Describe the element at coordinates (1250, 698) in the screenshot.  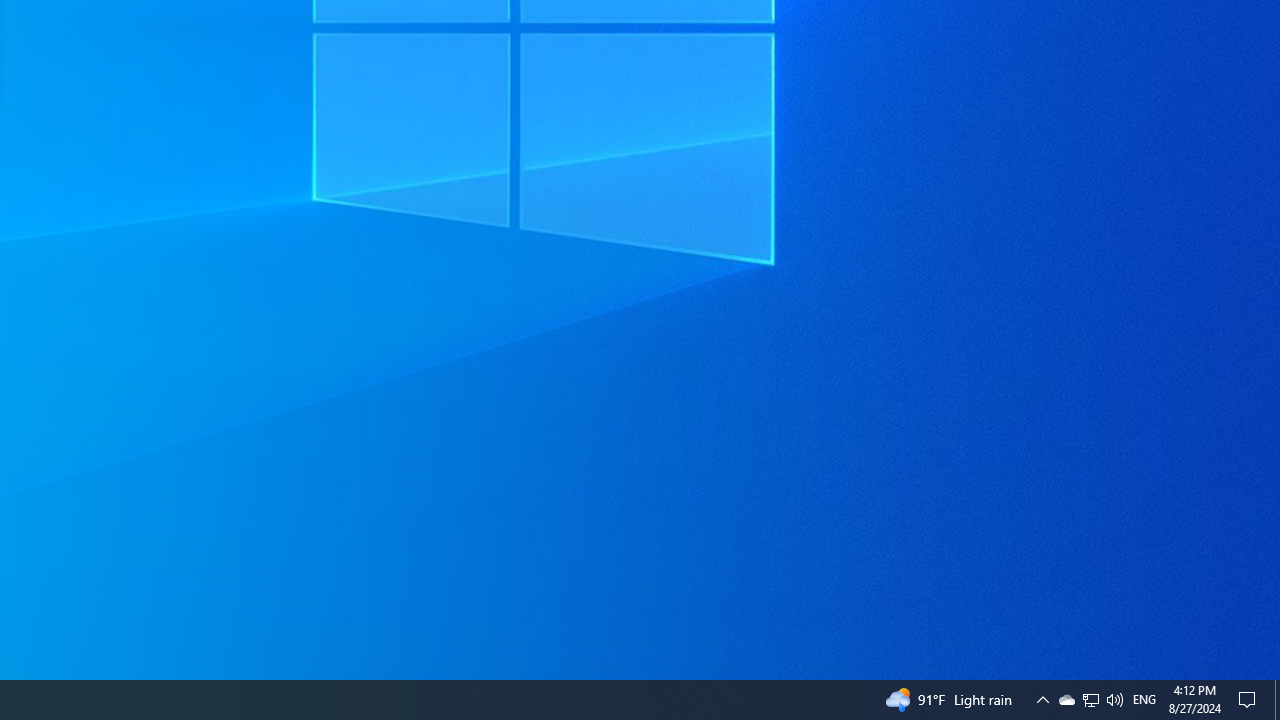
I see `'Action Center, No new notifications'` at that location.